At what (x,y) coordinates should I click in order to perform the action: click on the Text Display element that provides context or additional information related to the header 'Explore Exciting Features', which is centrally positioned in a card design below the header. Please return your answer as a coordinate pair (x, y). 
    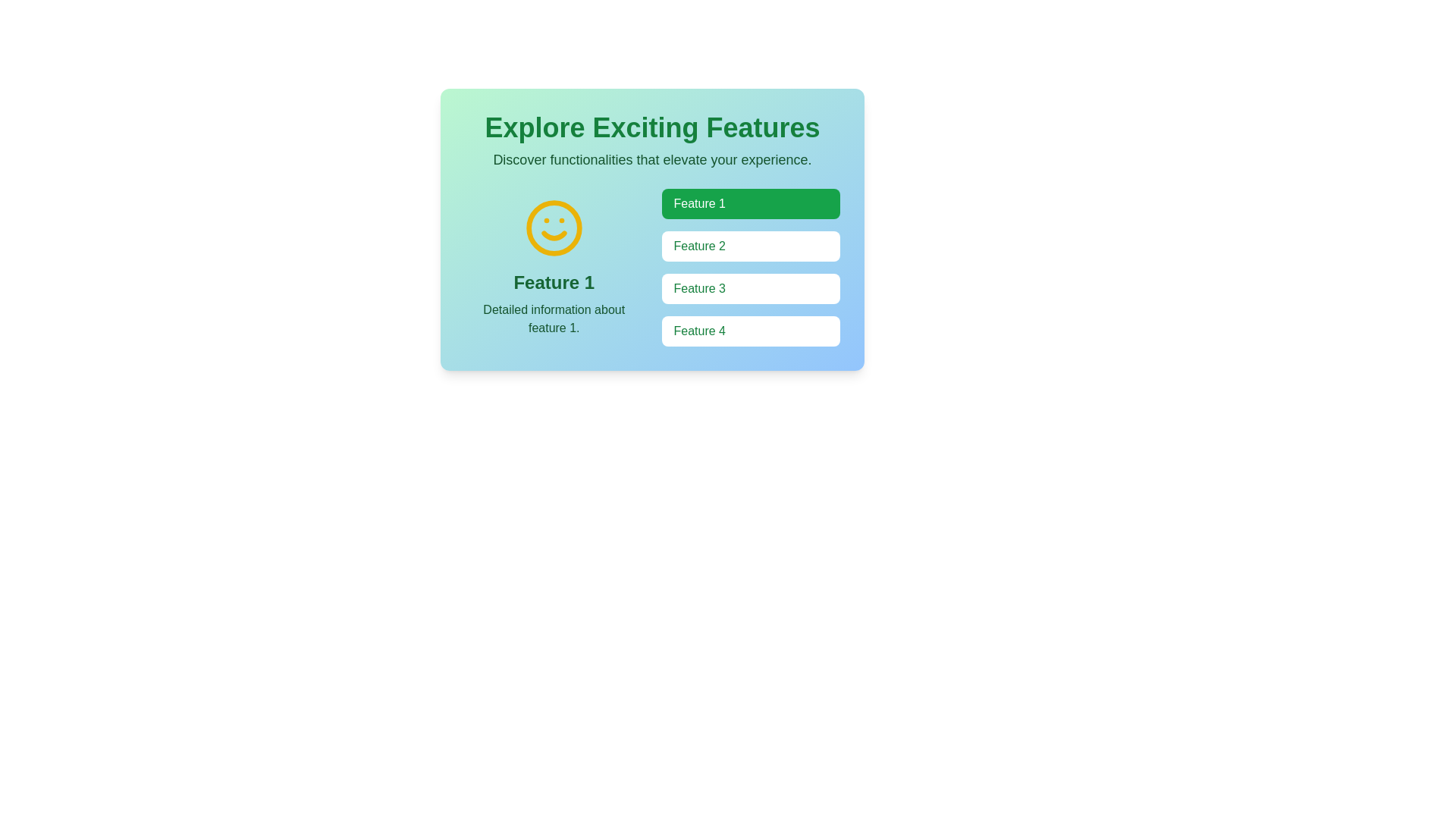
    Looking at the image, I should click on (652, 160).